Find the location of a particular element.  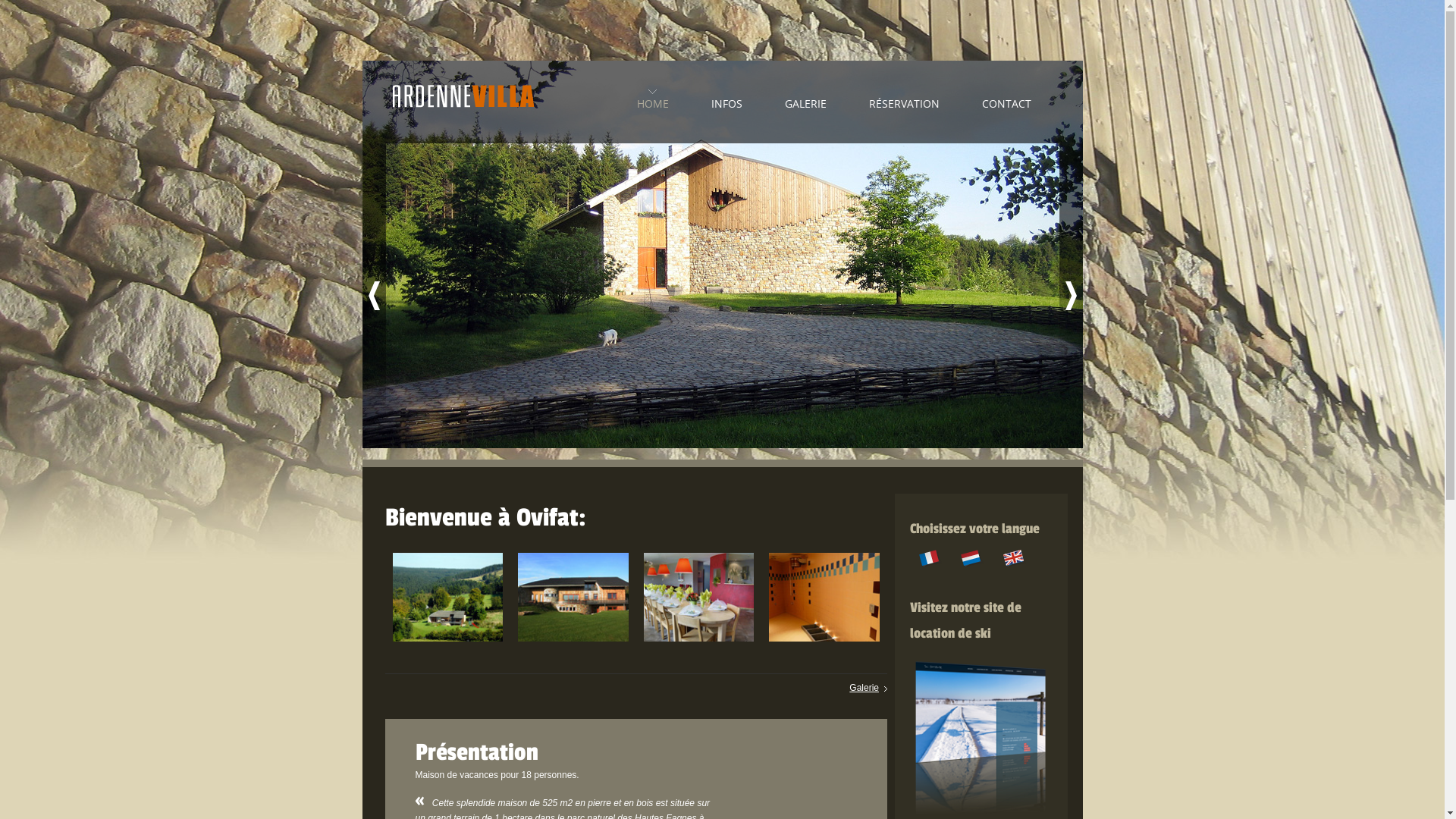

'Ardenne Villa' is located at coordinates (463, 102).